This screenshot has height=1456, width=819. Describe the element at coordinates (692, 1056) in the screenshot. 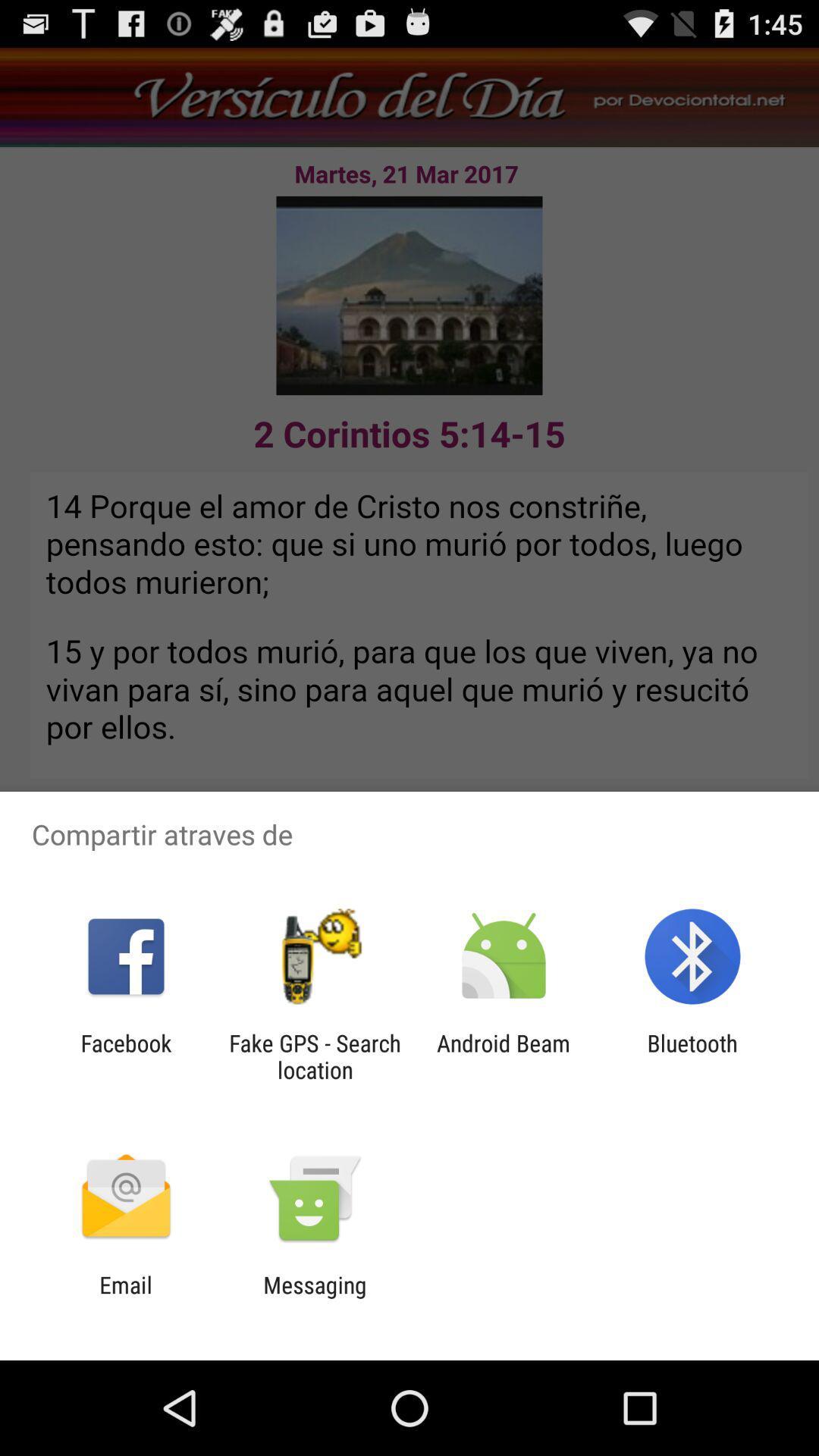

I see `bluetooth app` at that location.